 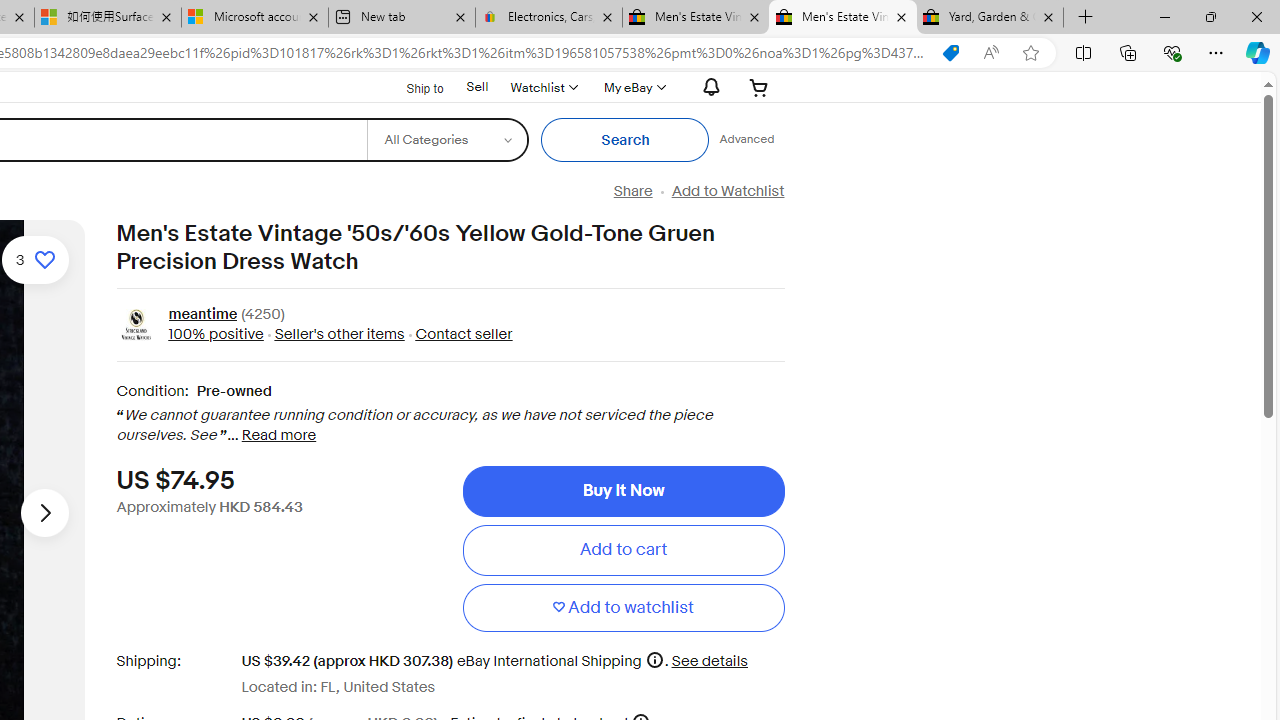 I want to click on 'Seller', so click(x=339, y=333).